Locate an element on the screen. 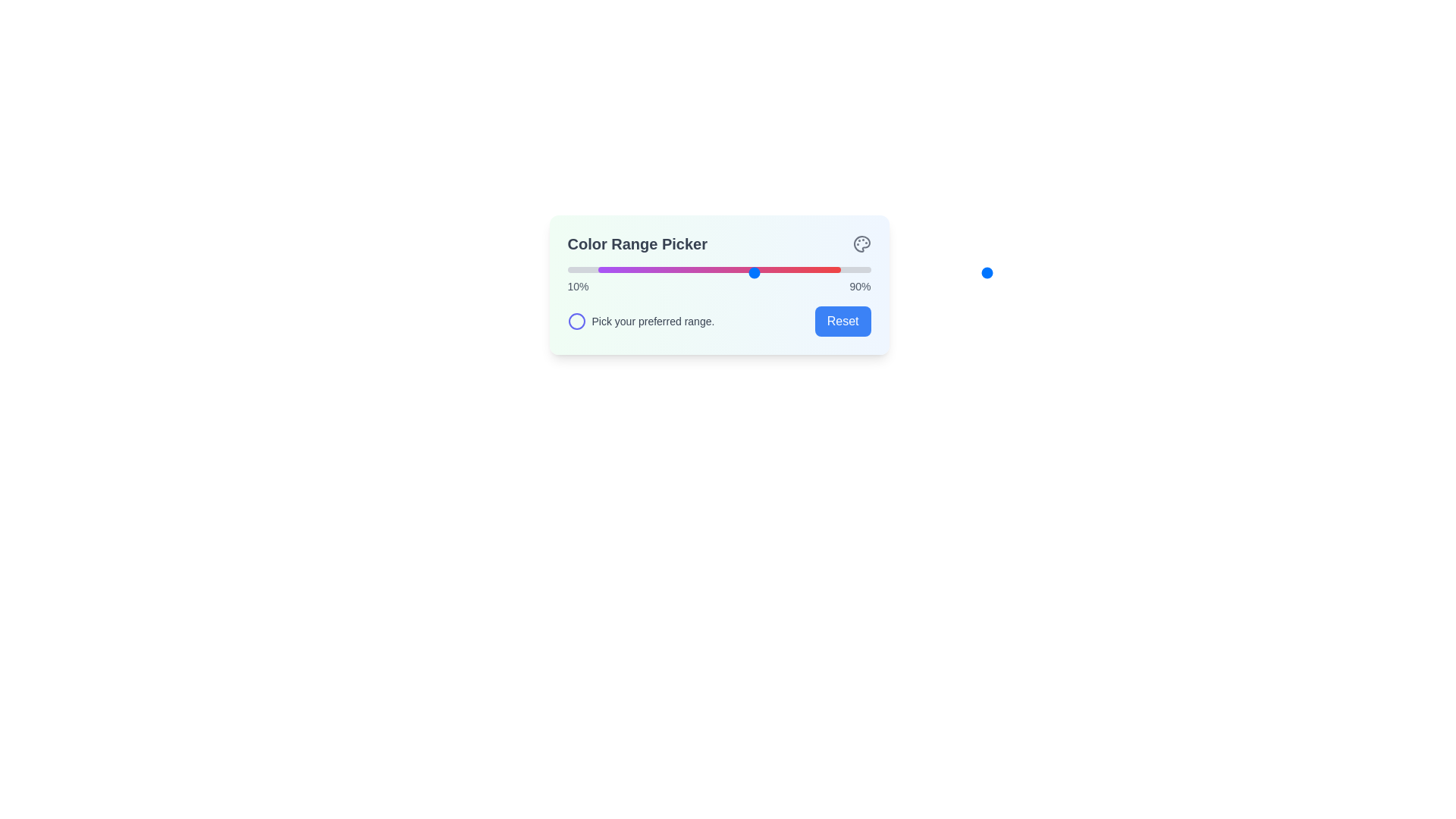 This screenshot has width=1456, height=819. the static text label indicating the maximum value (90%) for the associated range selector, located at the rightmost position of the range bar is located at coordinates (860, 287).